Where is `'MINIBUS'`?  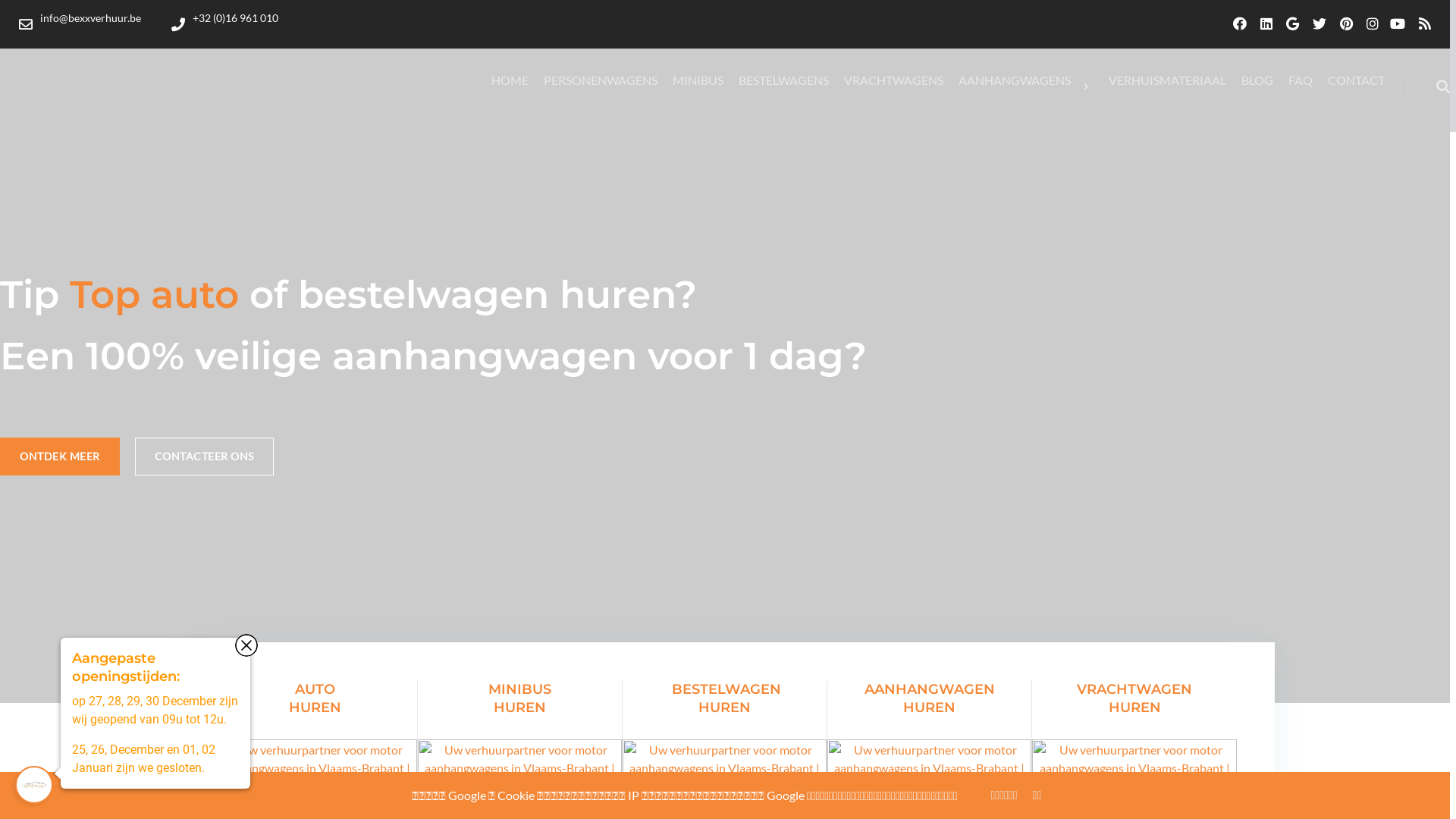
'MINIBUS' is located at coordinates (697, 80).